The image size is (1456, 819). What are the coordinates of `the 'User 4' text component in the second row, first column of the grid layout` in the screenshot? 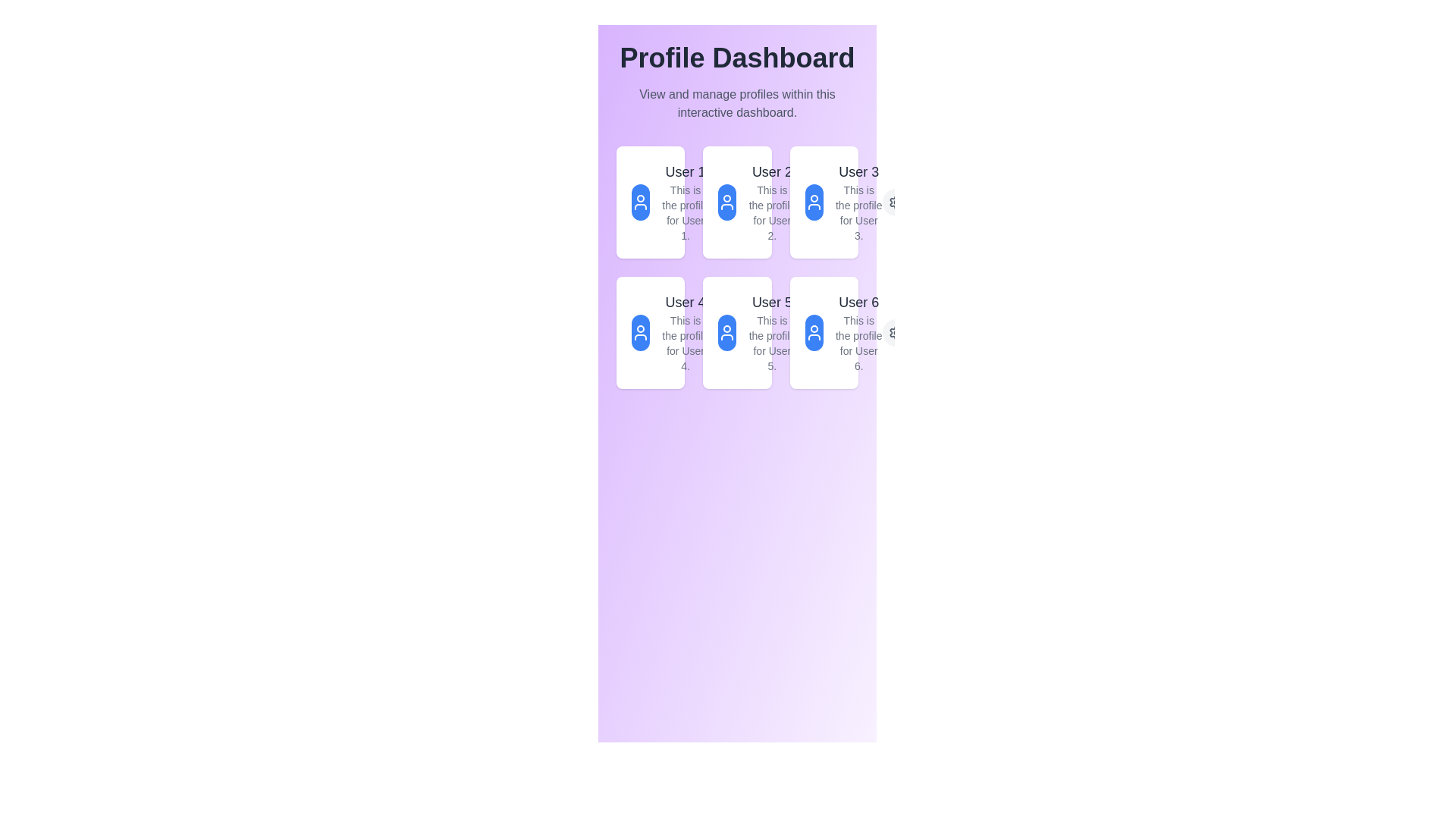 It's located at (684, 332).